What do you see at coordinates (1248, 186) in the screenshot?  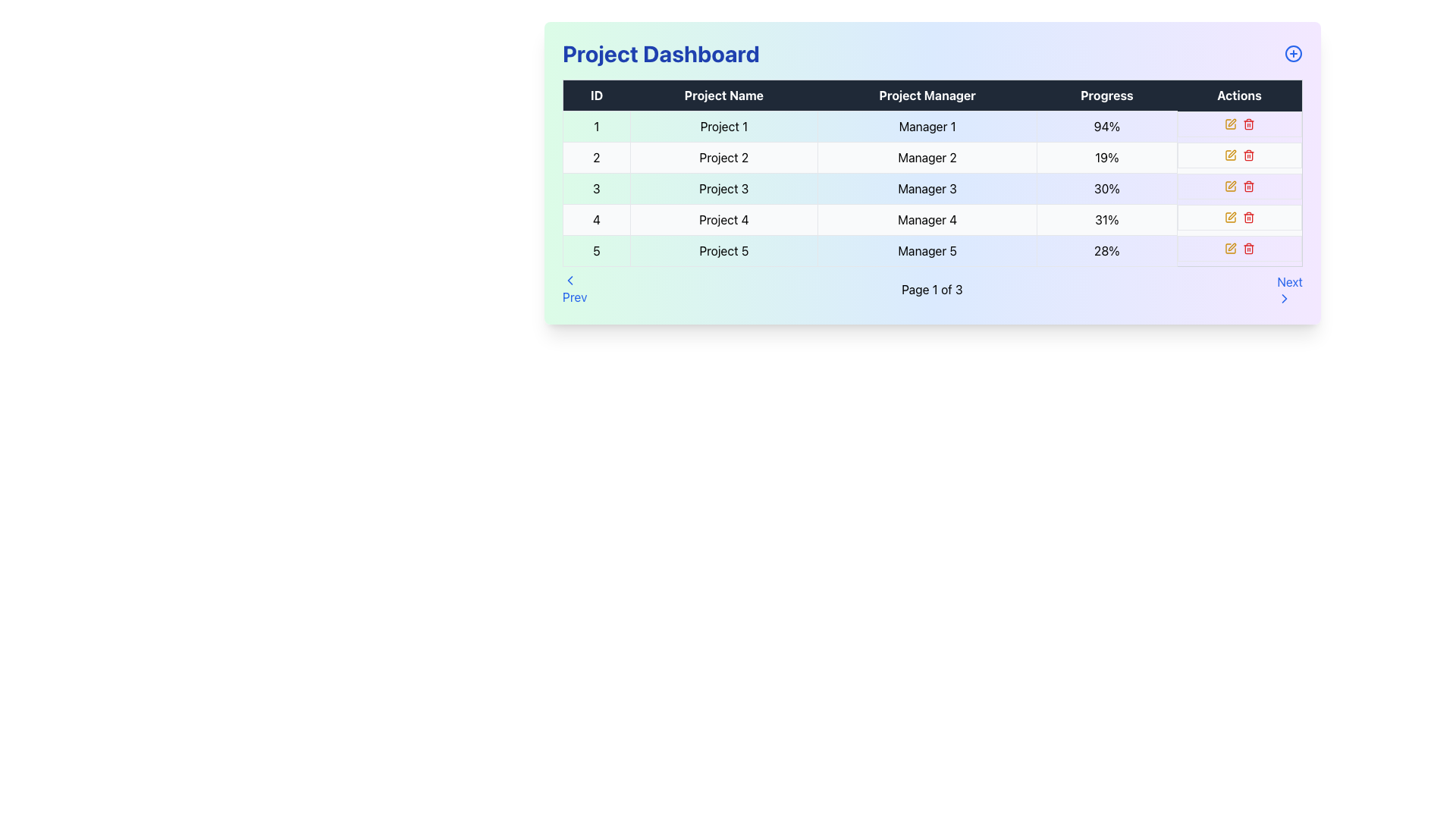 I see `the trash bin icon button in the 'Actions' column for 'Project 3'` at bounding box center [1248, 186].